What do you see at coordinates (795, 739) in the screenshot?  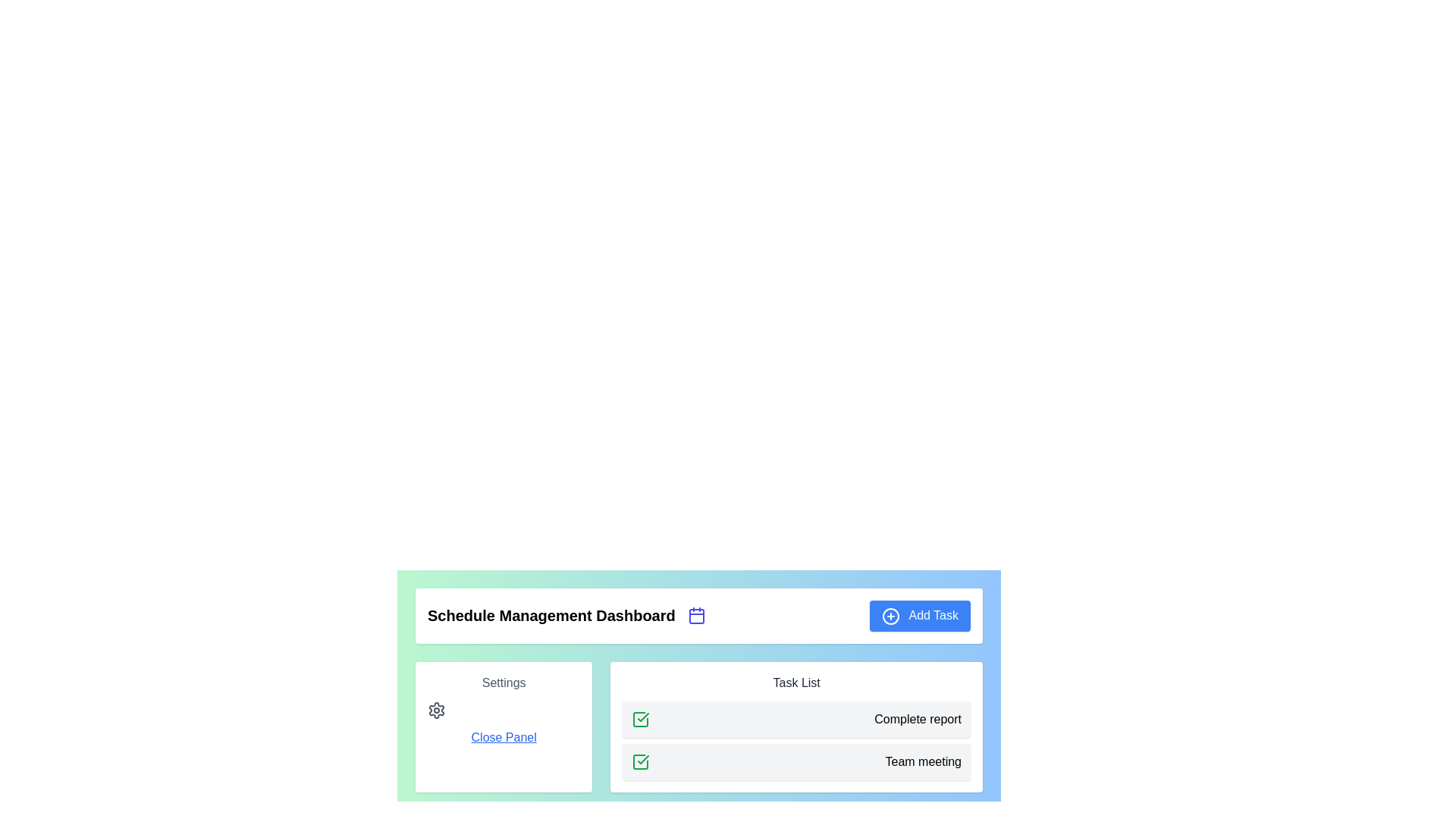 I see `the green checkmark icons of the task list element containing the tasks 'Complete report' and 'Team meeting', which is located in the 'Task List' section near the bottom right quadrant of the interface` at bounding box center [795, 739].